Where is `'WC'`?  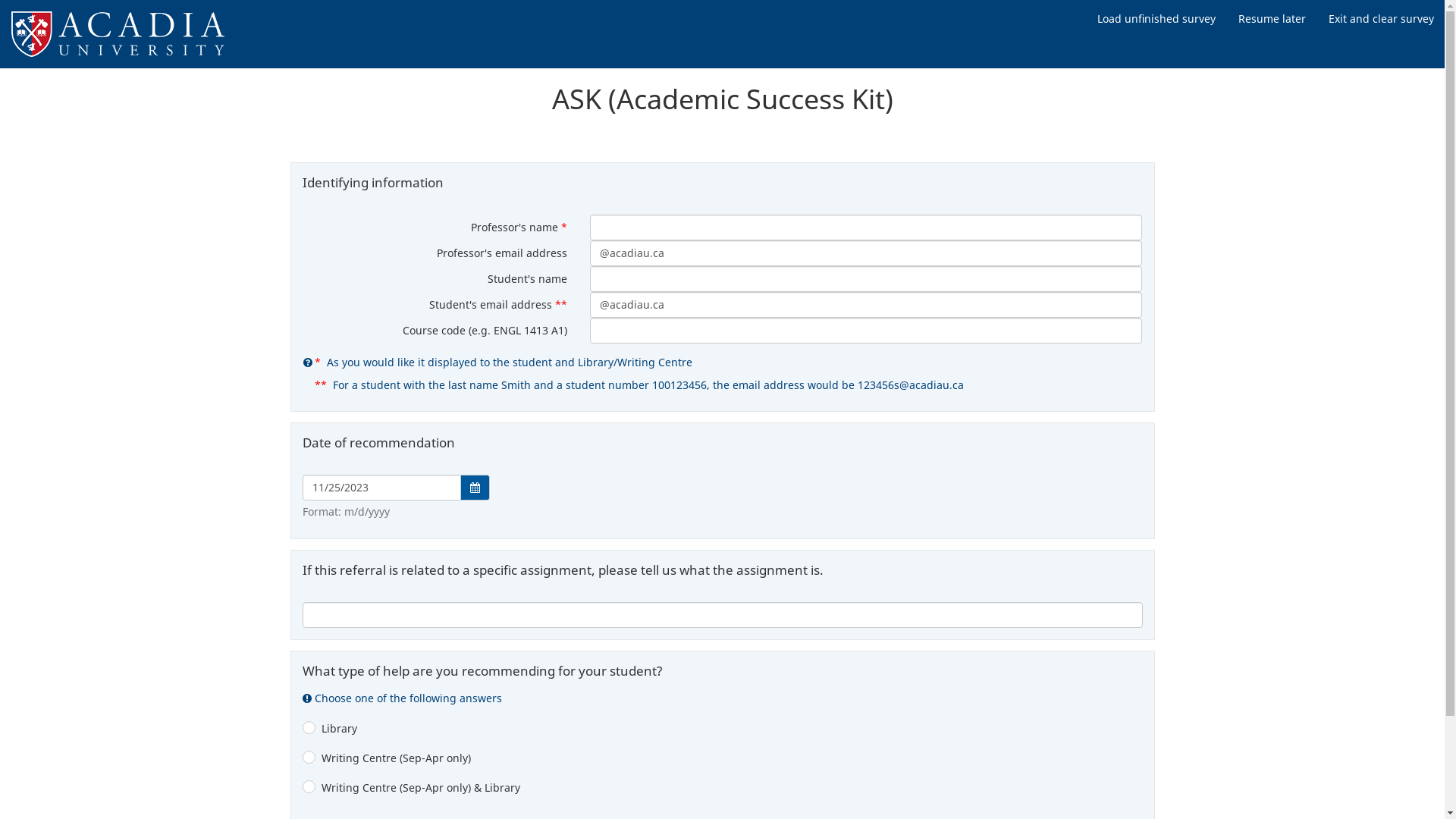
'WC' is located at coordinates (302, 760).